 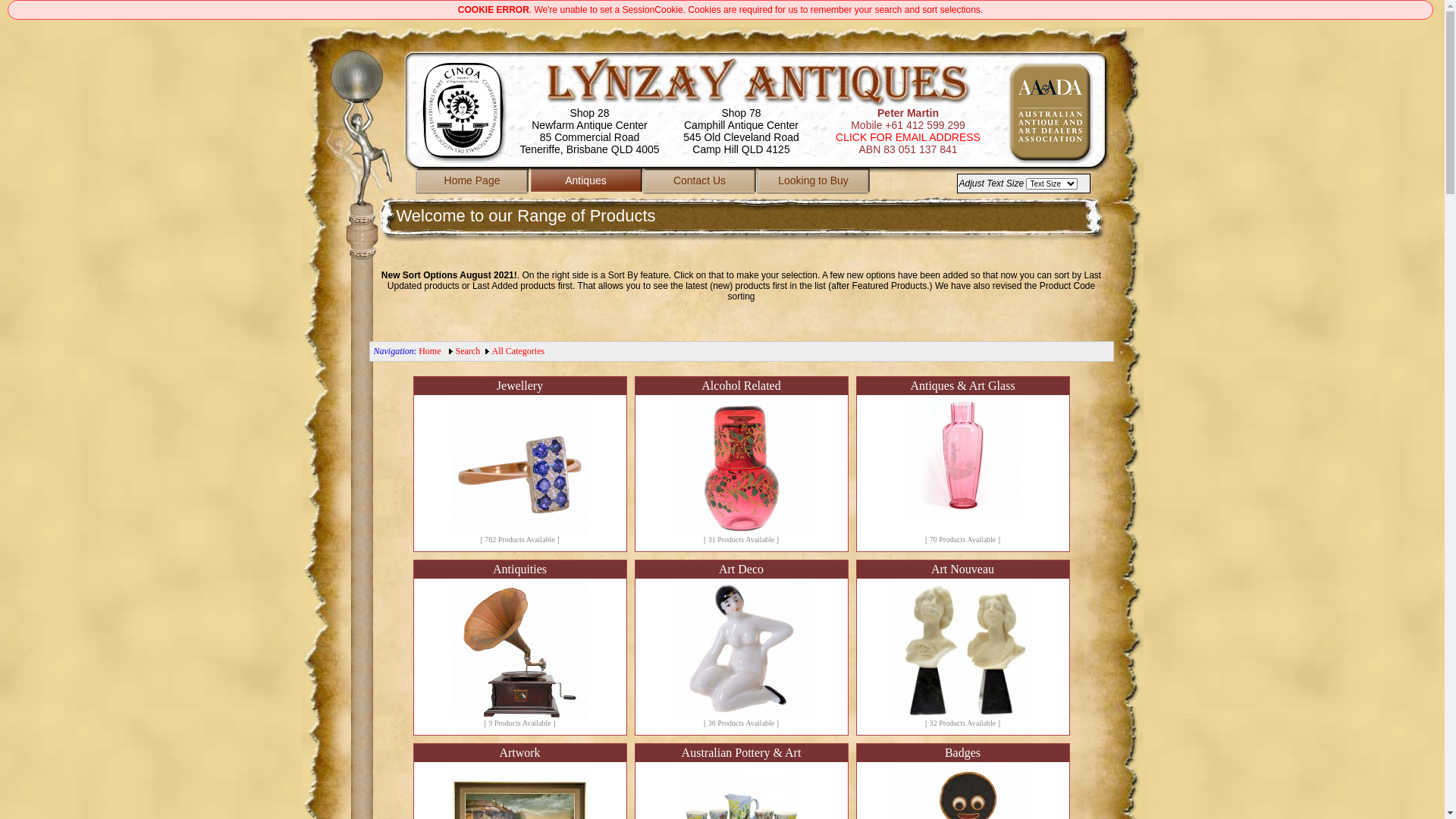 What do you see at coordinates (412, 647) in the screenshot?
I see `'Antiquities` at bounding box center [412, 647].